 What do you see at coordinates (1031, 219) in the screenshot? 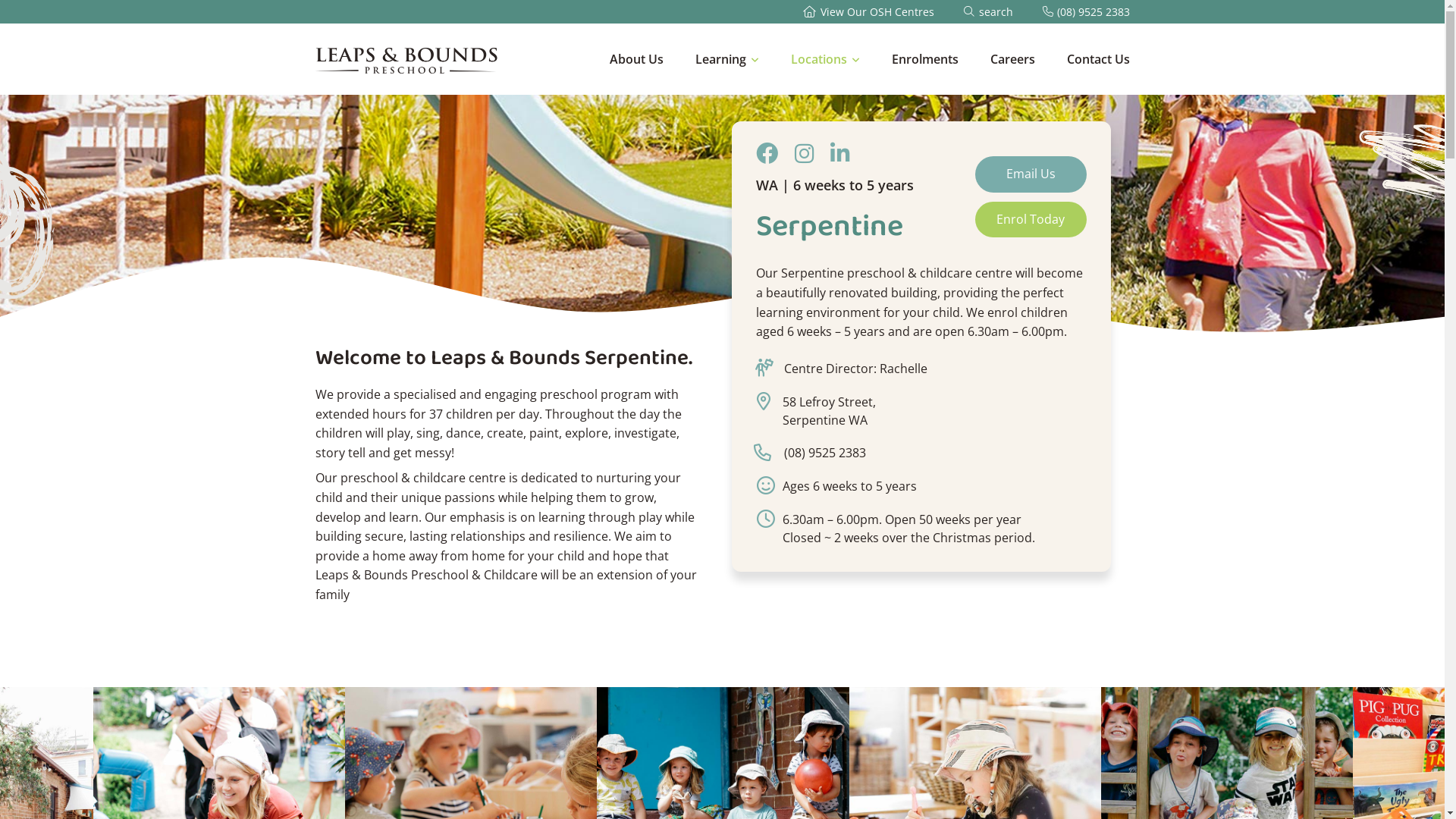
I see `'Enrol Today'` at bounding box center [1031, 219].